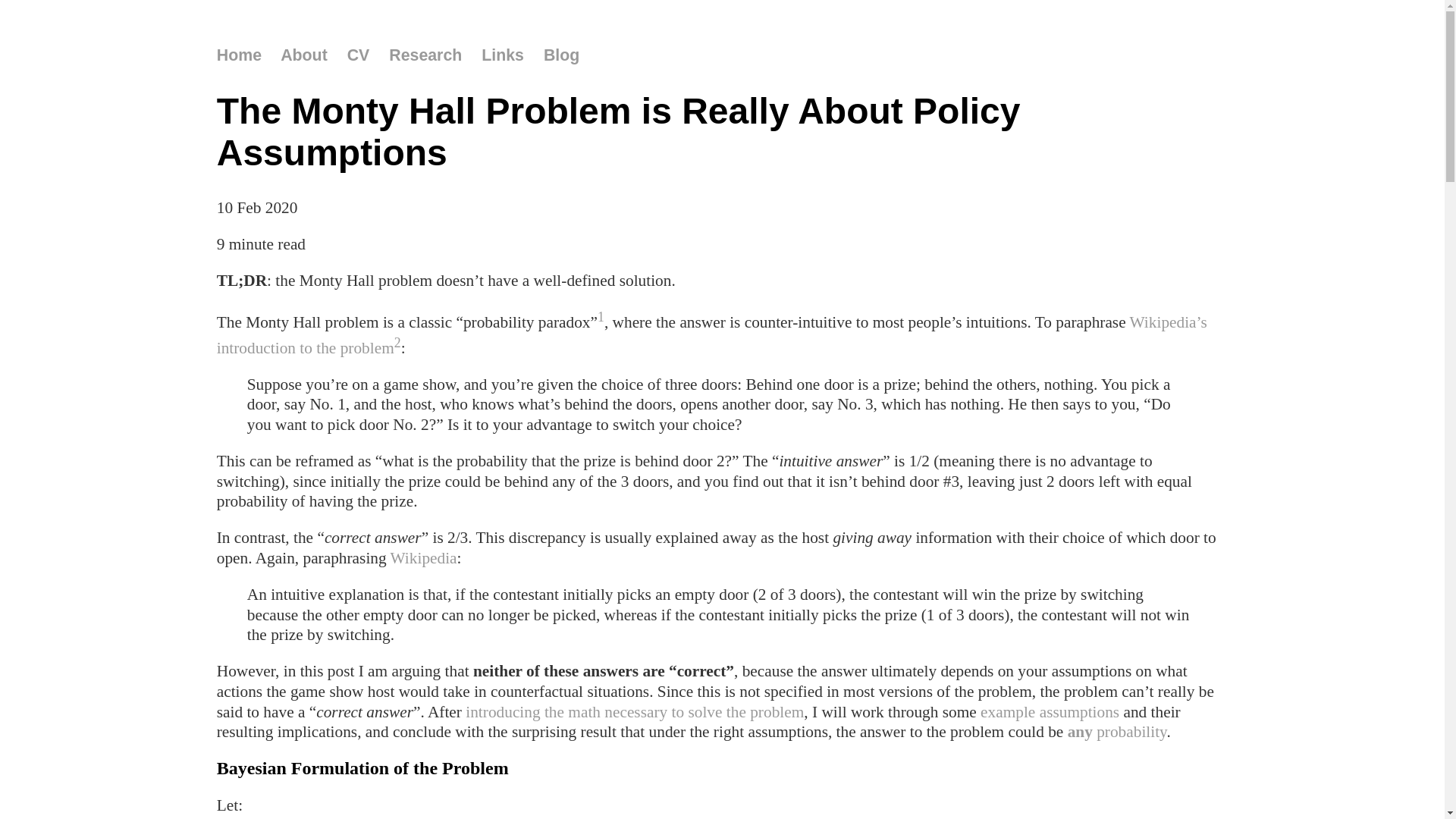  Describe the element at coordinates (543, 55) in the screenshot. I see `'Blog'` at that location.